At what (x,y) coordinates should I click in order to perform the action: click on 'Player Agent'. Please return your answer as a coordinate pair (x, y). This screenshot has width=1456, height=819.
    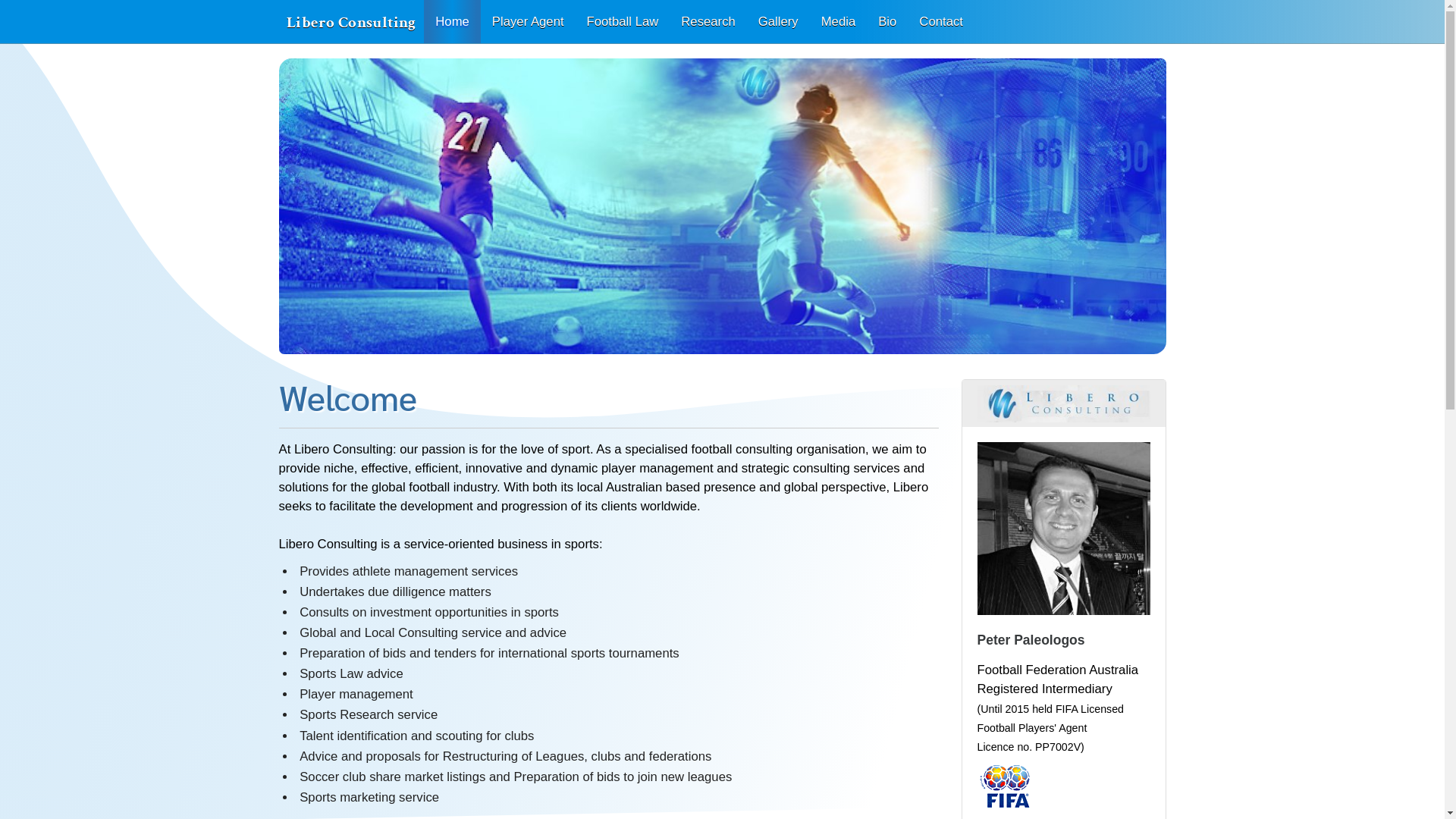
    Looking at the image, I should click on (479, 21).